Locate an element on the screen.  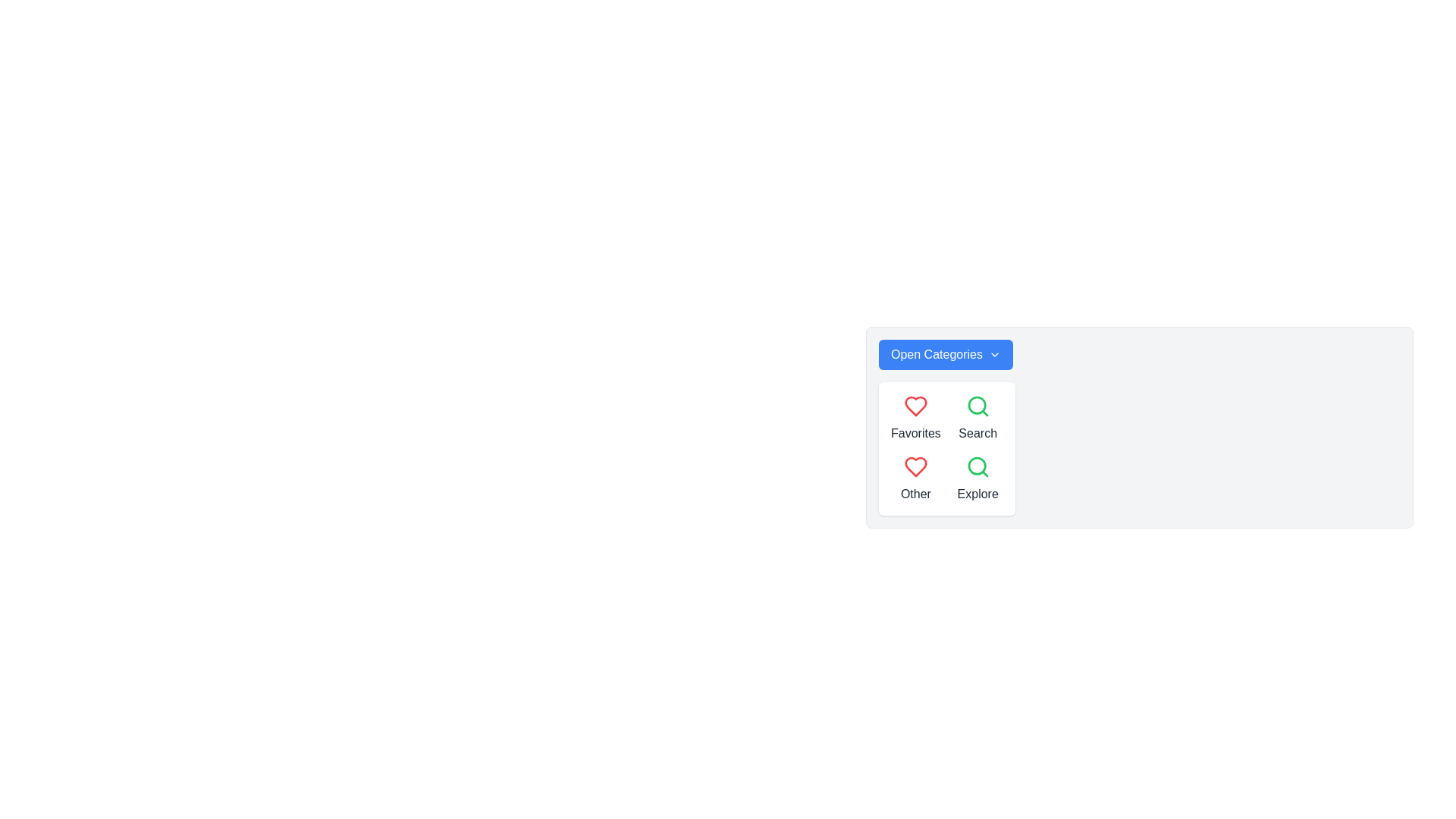
the search icon located in the second position of a vertical arrangement within a pop-up menu is located at coordinates (977, 406).